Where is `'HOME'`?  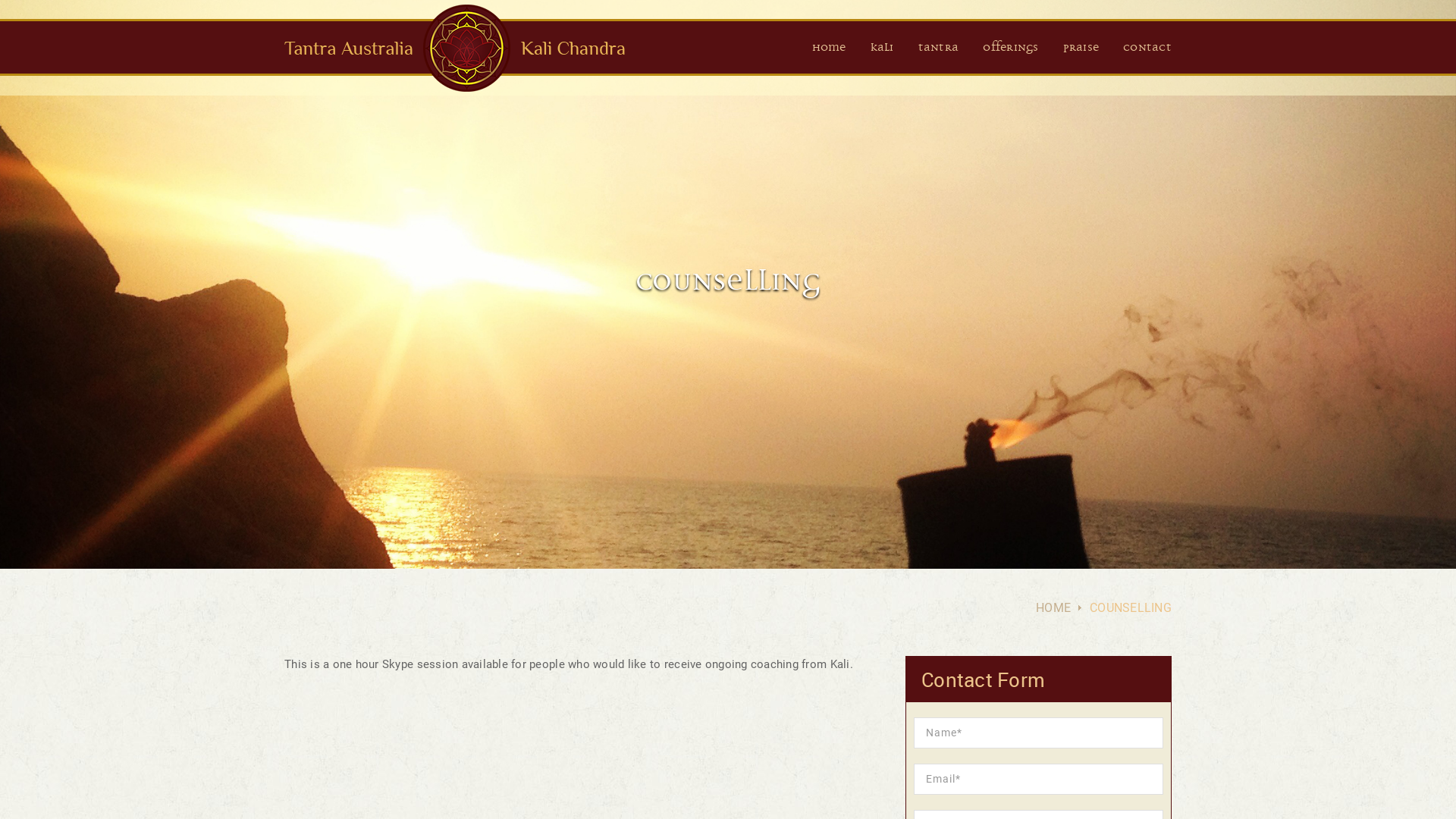
'HOME' is located at coordinates (828, 48).